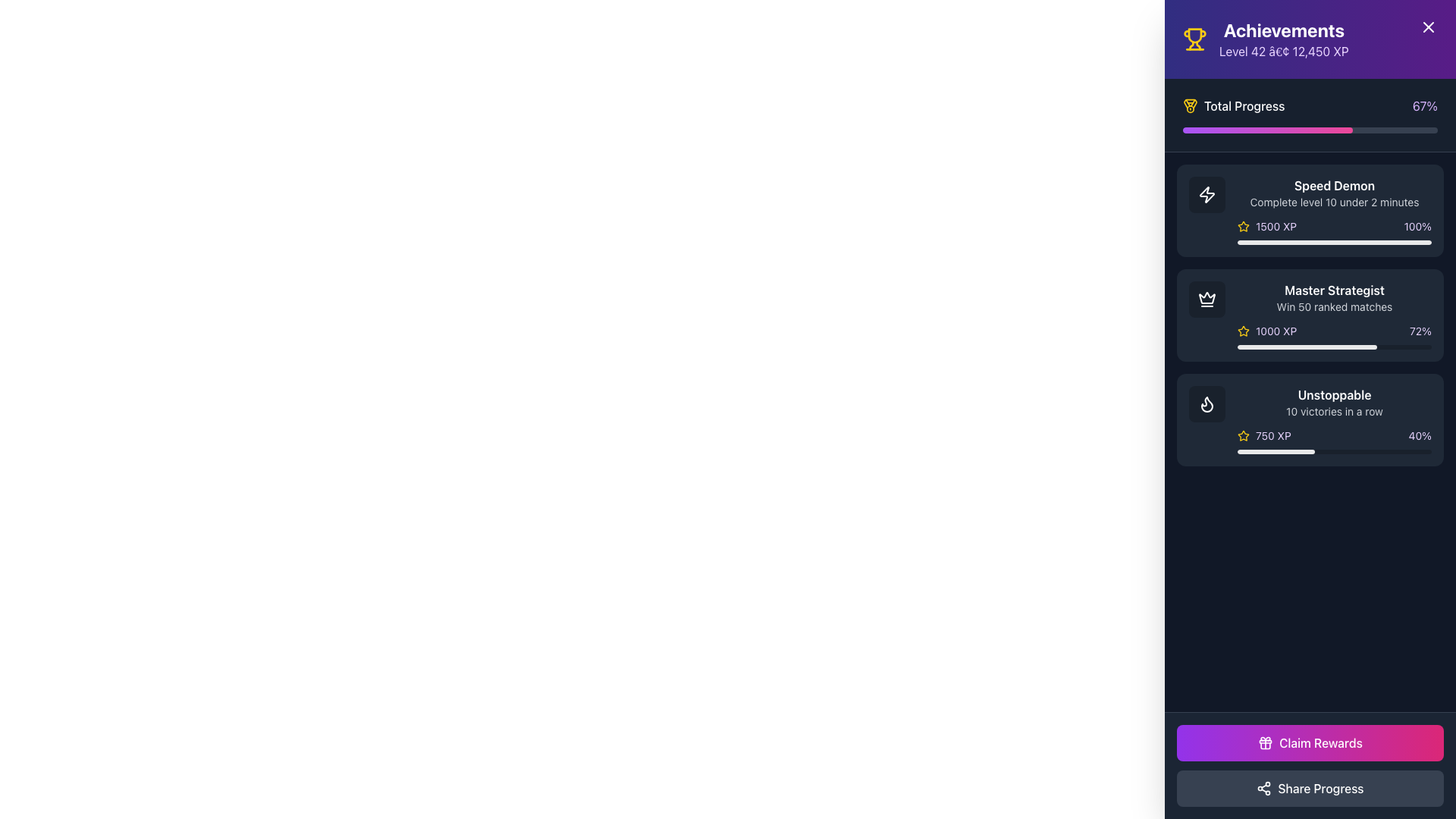 Image resolution: width=1456 pixels, height=819 pixels. I want to click on the text displaying '750 XP' with an adjacent star-shaped icon in the 'Unstoppable' achievement section, so click(1264, 435).